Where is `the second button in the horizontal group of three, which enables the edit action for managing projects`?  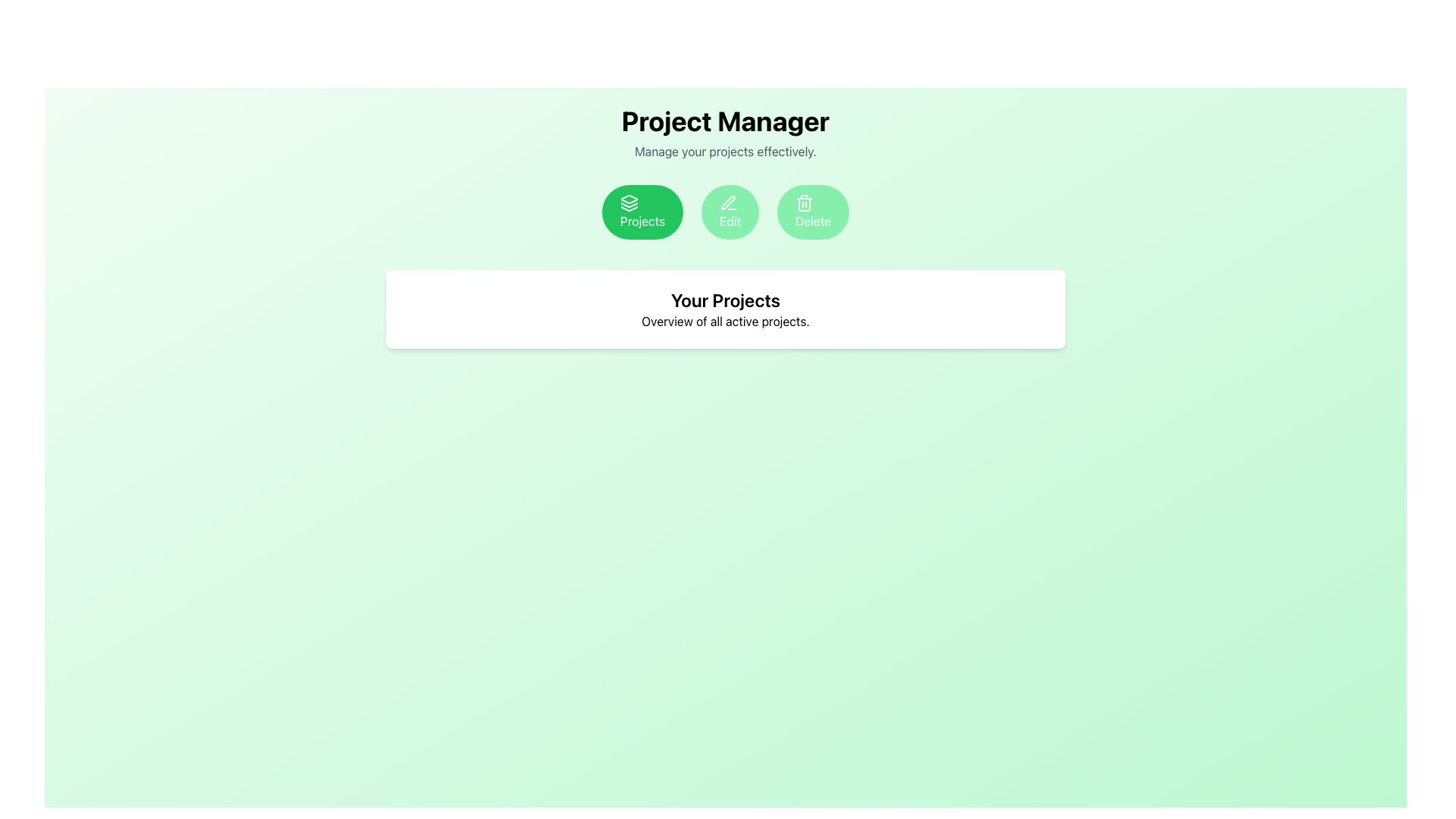
the second button in the horizontal group of three, which enables the edit action for managing projects is located at coordinates (730, 212).